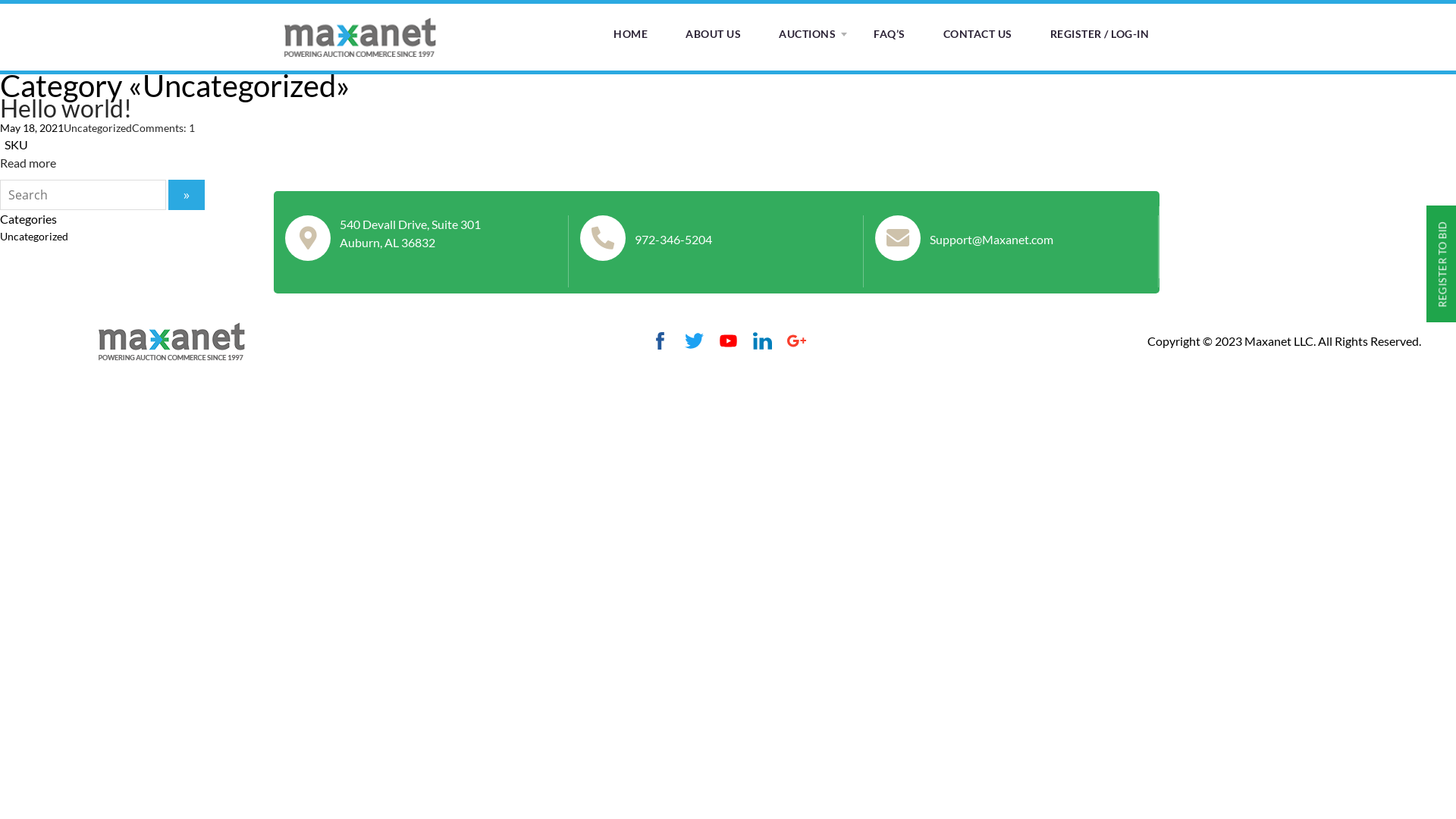 This screenshot has height=819, width=1456. I want to click on 'CONTACT US', so click(977, 34).